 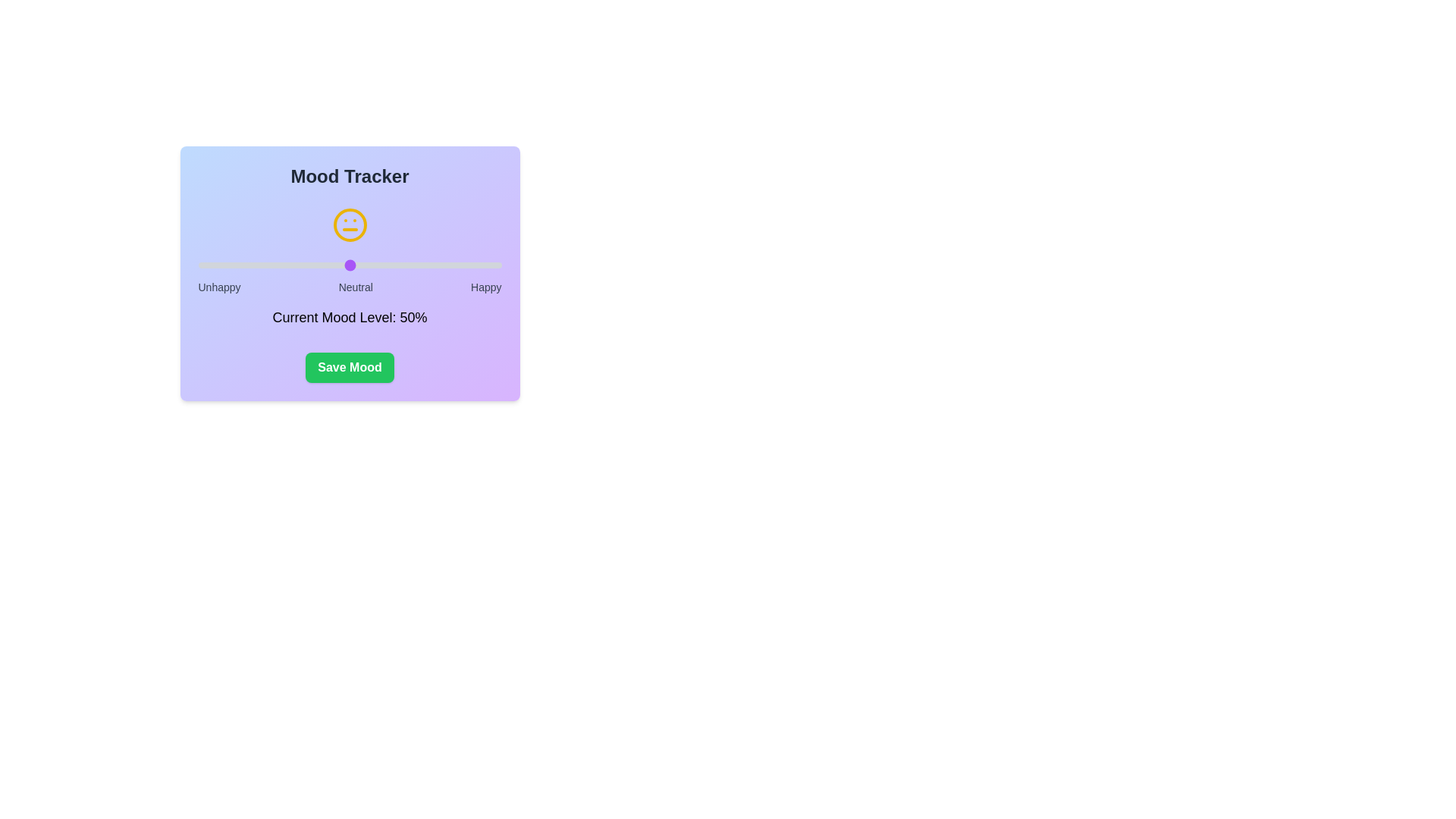 What do you see at coordinates (301, 265) in the screenshot?
I see `the mood slider to set the mood level to 34%` at bounding box center [301, 265].